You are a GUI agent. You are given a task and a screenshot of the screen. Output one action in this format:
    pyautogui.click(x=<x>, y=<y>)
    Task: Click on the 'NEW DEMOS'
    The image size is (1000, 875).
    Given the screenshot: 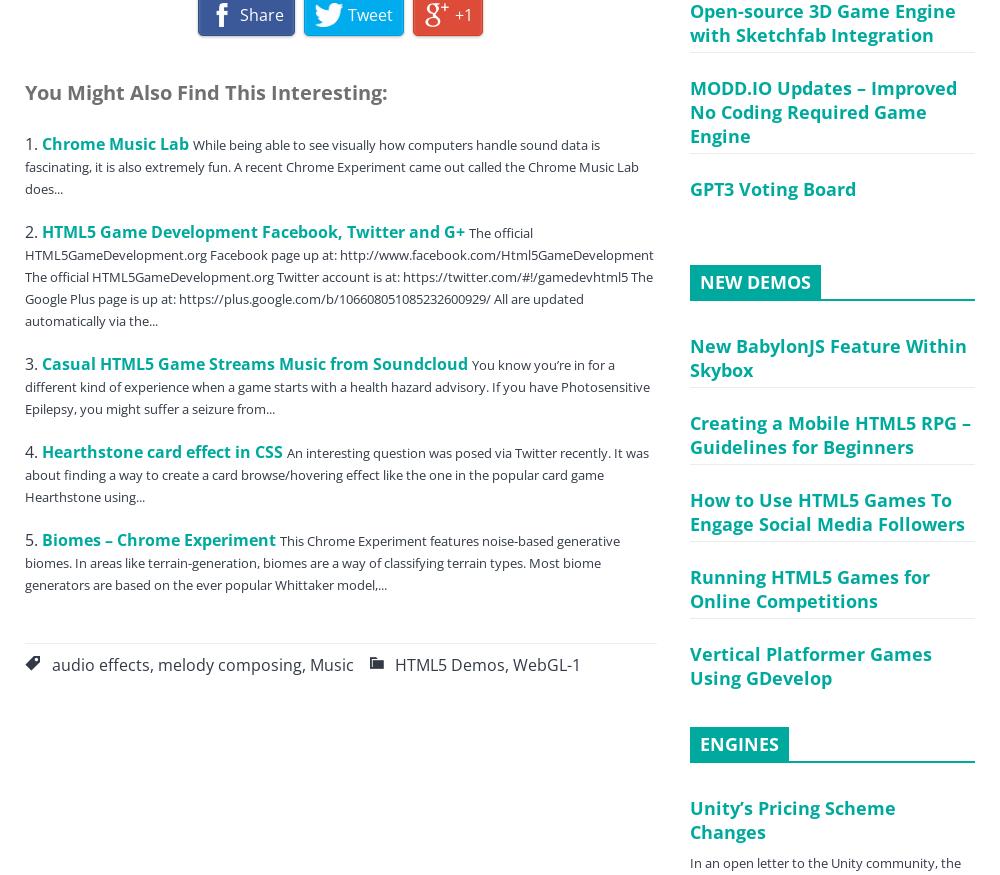 What is the action you would take?
    pyautogui.click(x=755, y=281)
    